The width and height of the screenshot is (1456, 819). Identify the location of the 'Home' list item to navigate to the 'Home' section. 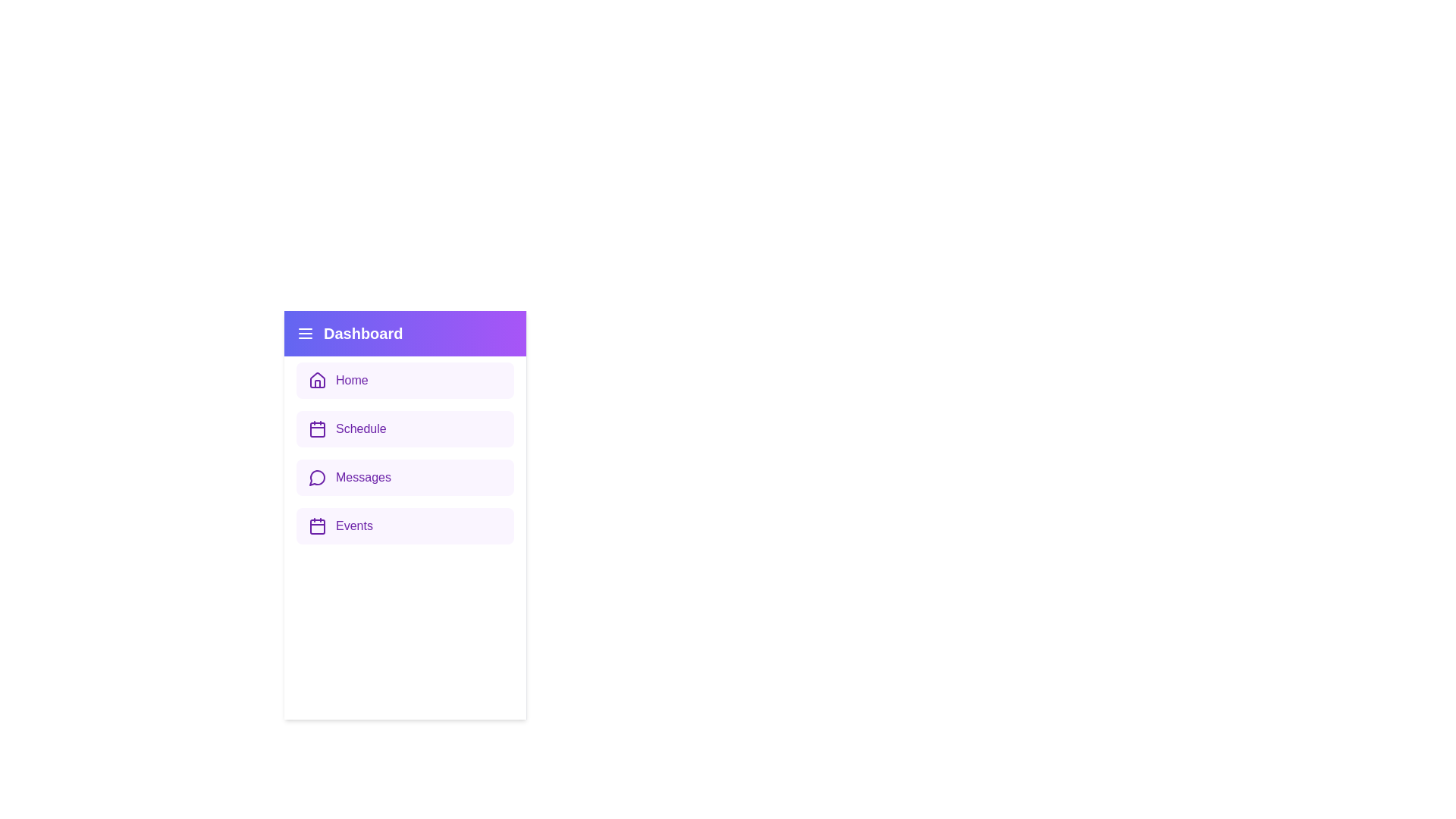
(405, 379).